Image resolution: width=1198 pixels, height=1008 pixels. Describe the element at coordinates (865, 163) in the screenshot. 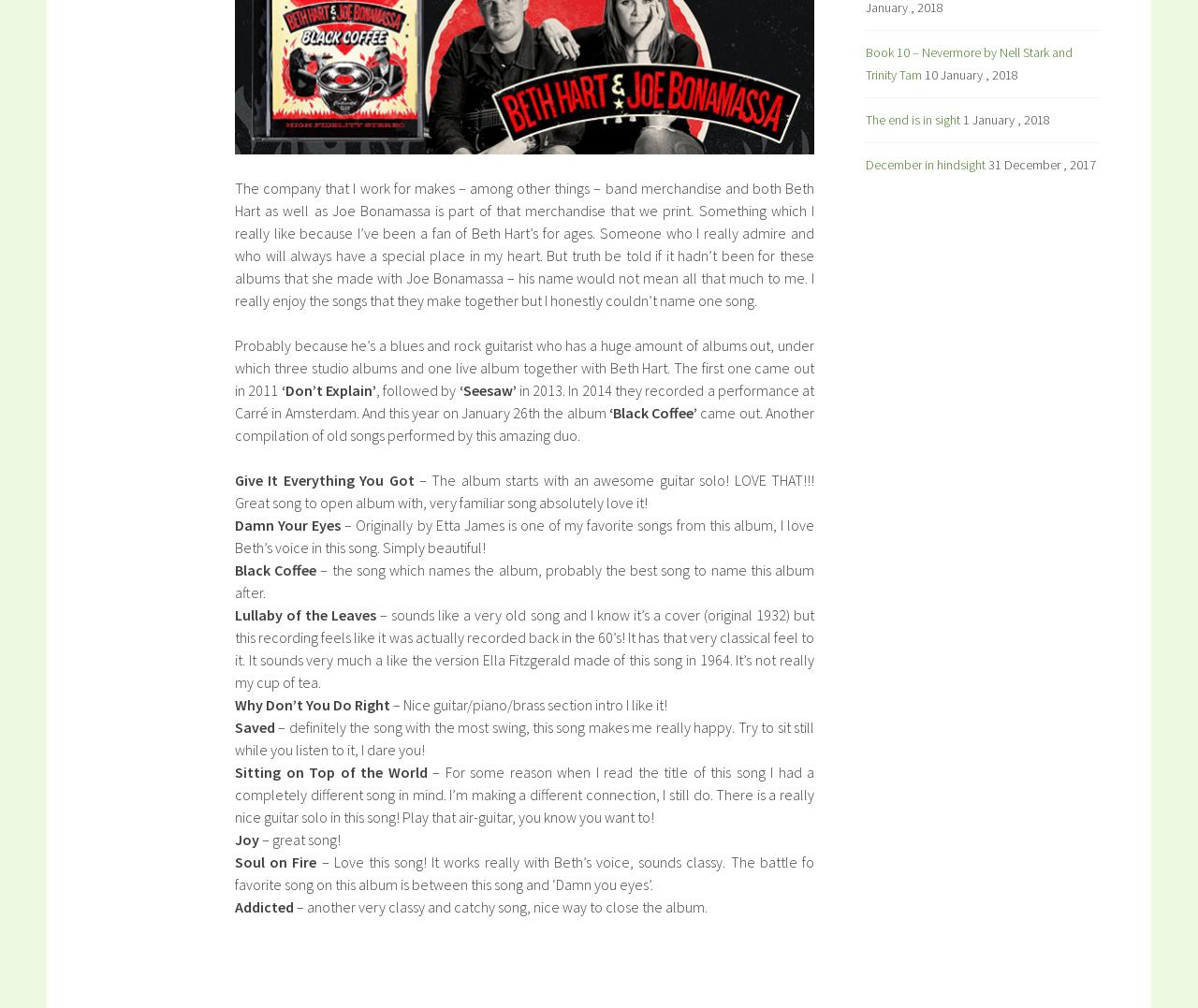

I see `'December in hindsight'` at that location.